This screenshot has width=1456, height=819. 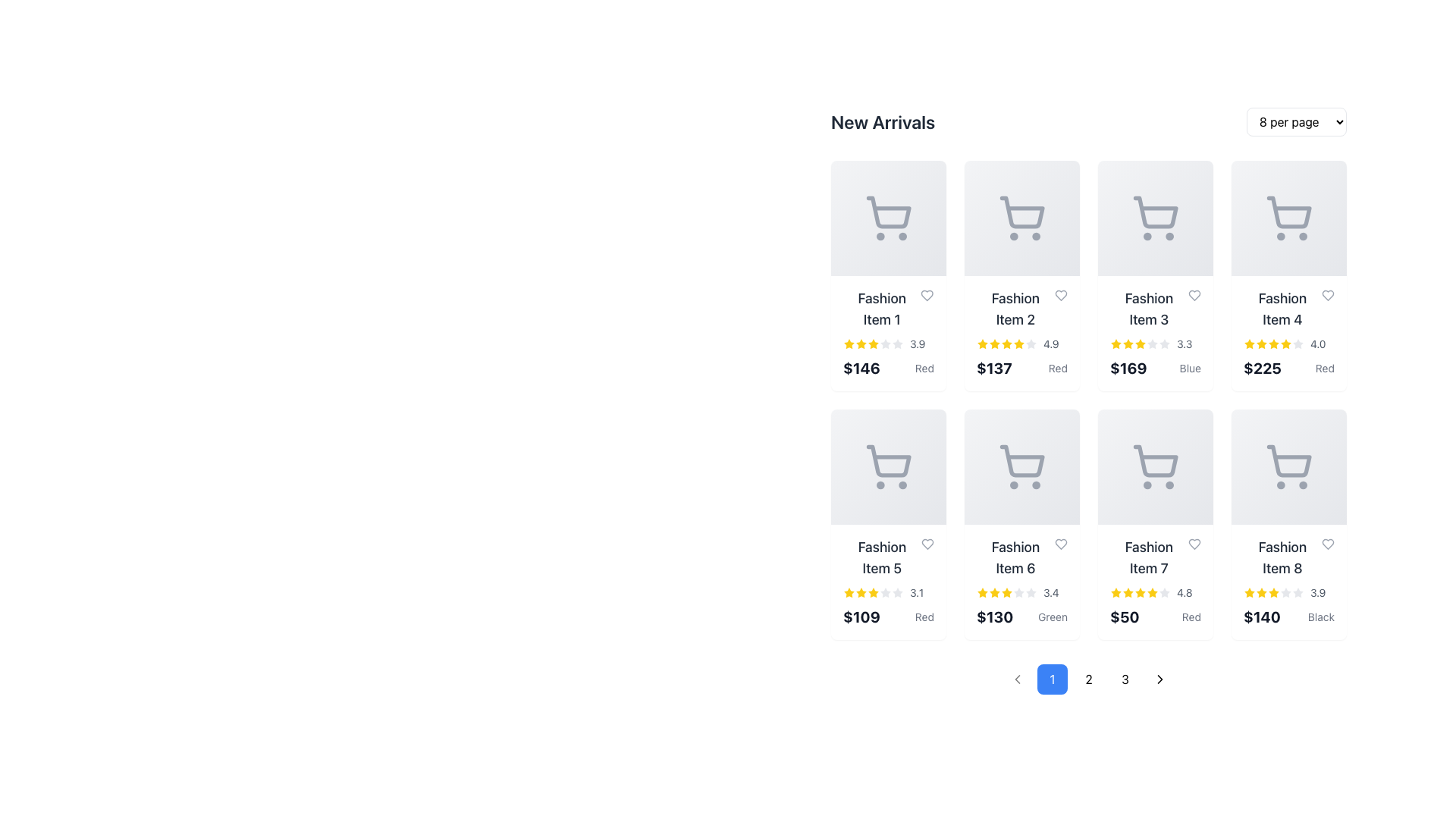 I want to click on the star icon representing the rating system for 'Fashion Item 2', located in the second item of the top row in the product grid, so click(x=983, y=344).